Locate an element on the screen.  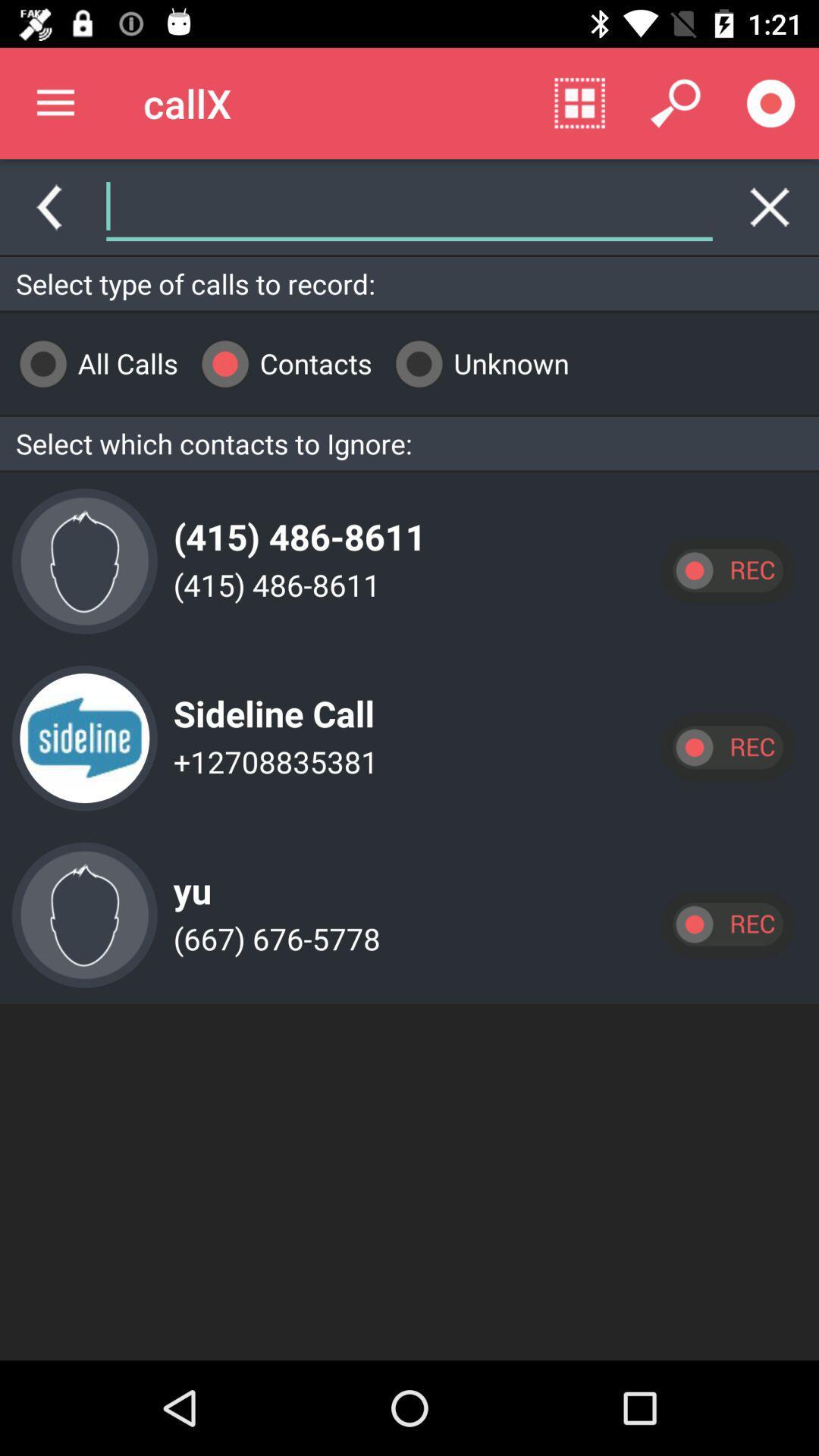
item next to the callx icon is located at coordinates (55, 102).